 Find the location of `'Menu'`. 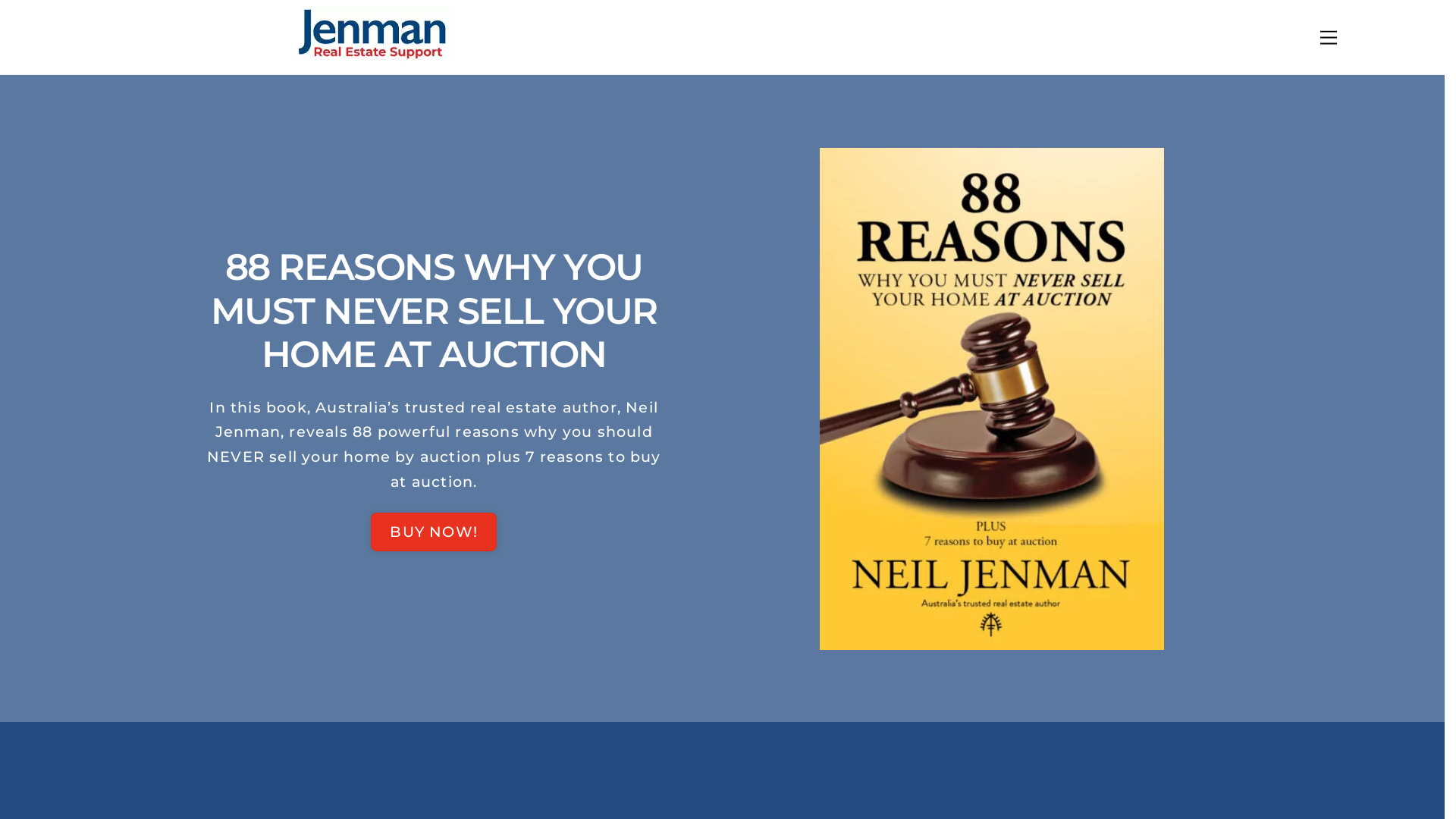

'Menu' is located at coordinates (1313, 36).